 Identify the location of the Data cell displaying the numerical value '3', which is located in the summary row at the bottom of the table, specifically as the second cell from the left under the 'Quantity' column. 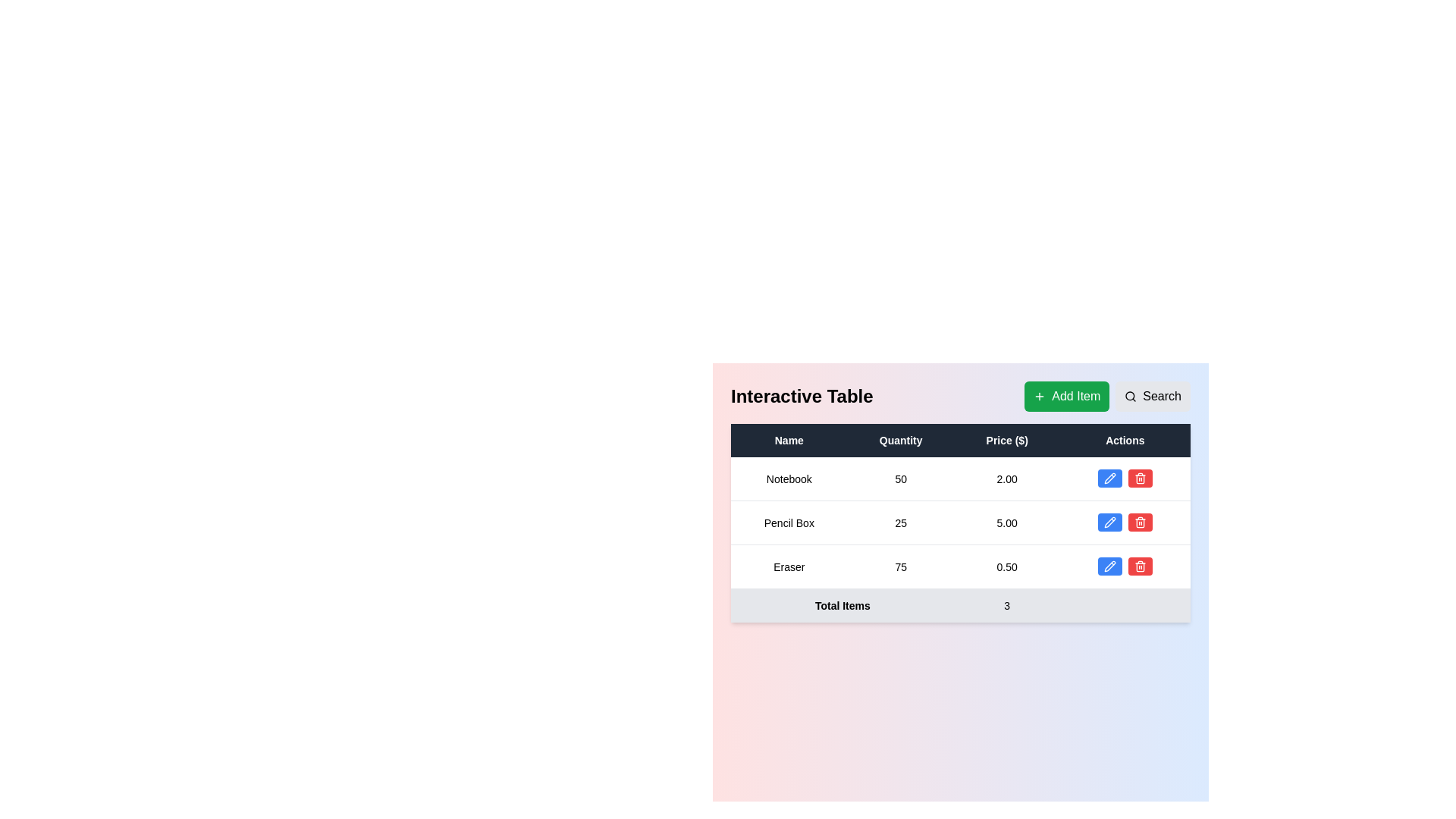
(1007, 604).